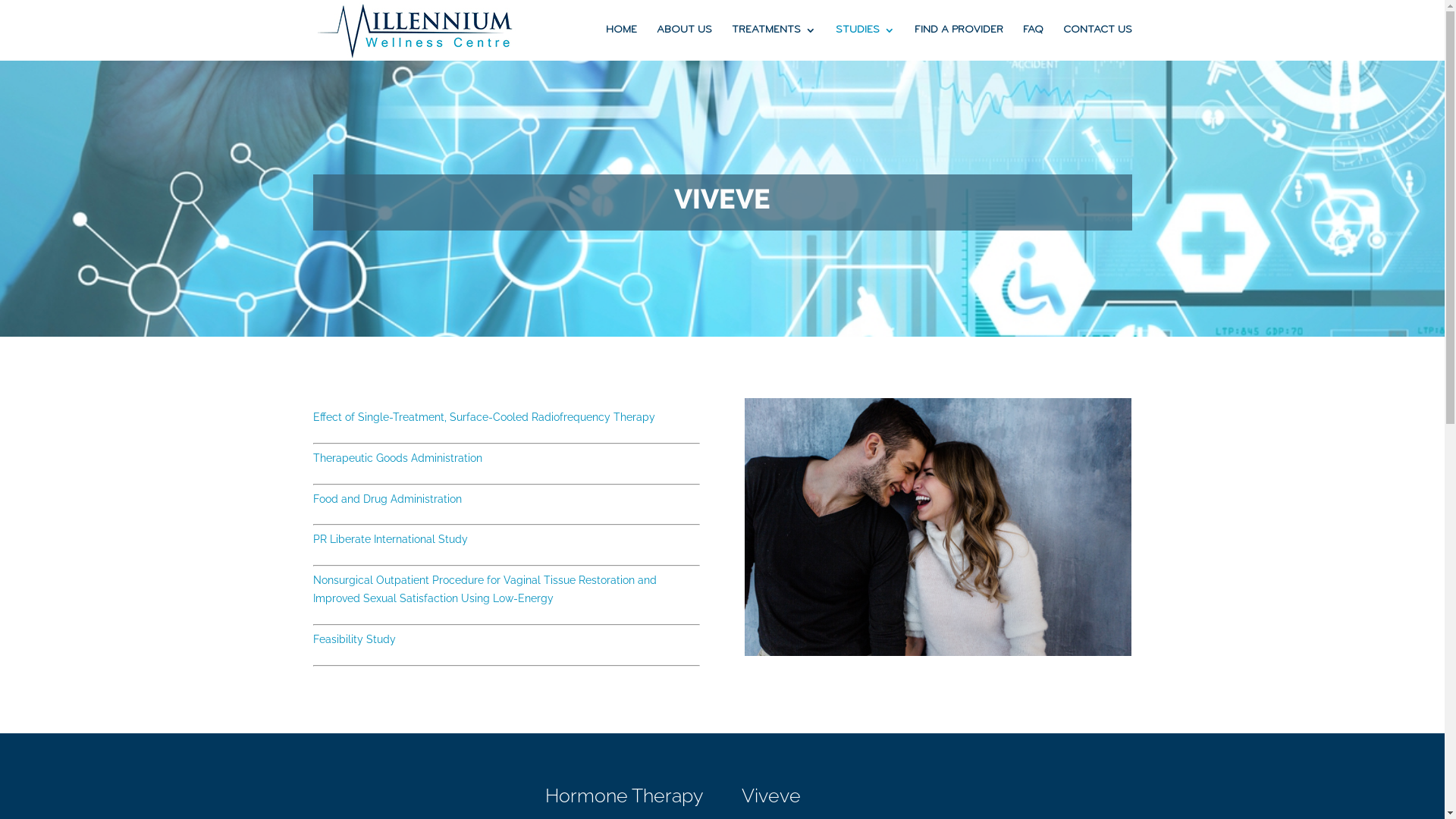  Describe the element at coordinates (656, 42) in the screenshot. I see `'ABOUT US'` at that location.